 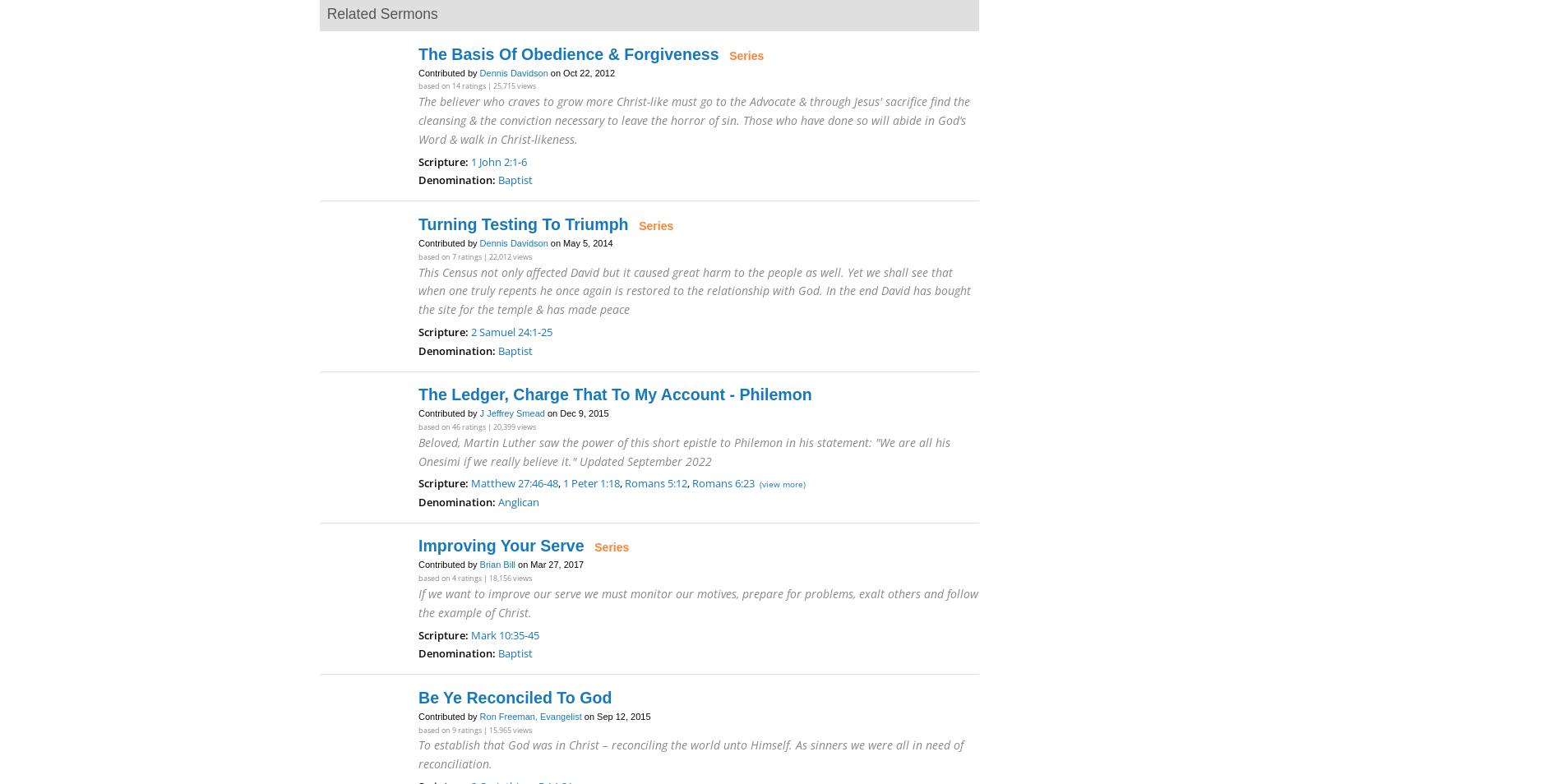 I want to click on 'based on  46 ratings', so click(x=452, y=425).